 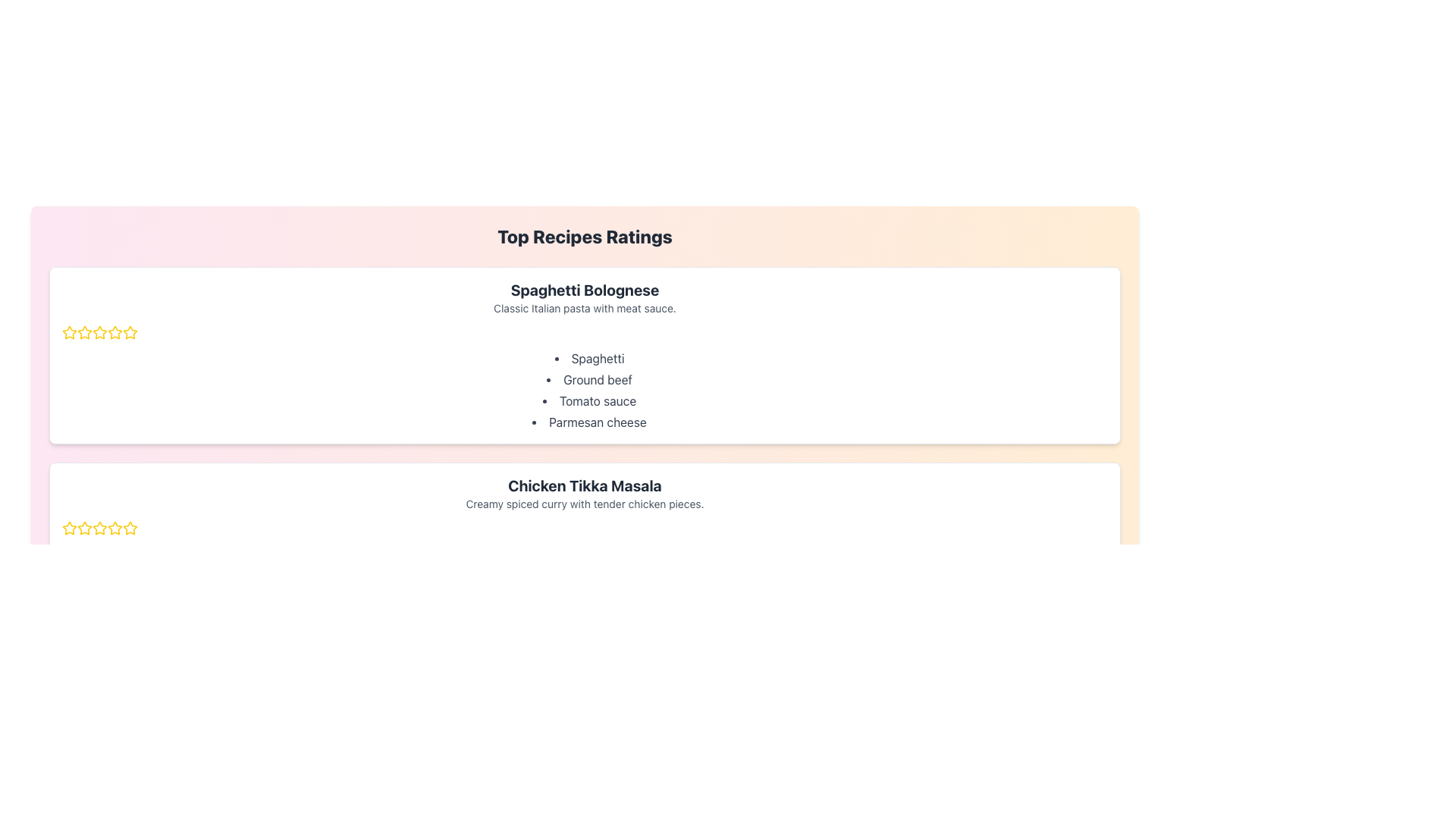 I want to click on the text item displaying 'Spaghetti' which is the first item in the bulleted list under the title 'Spaghetti Bolognese' in the 'Top Recipes Ratings' section, so click(x=588, y=359).